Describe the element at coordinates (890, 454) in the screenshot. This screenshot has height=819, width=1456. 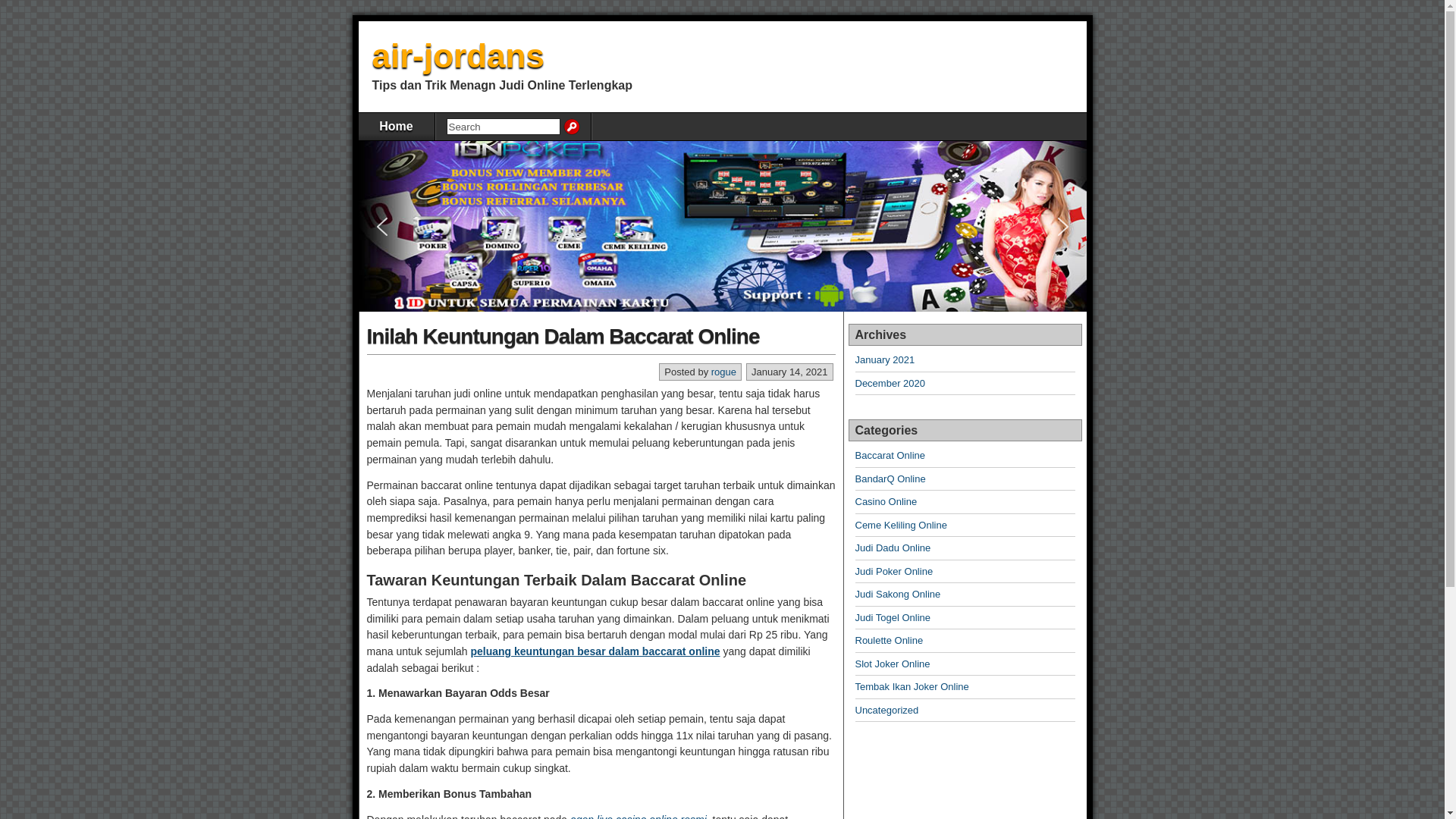
I see `'Baccarat Online'` at that location.